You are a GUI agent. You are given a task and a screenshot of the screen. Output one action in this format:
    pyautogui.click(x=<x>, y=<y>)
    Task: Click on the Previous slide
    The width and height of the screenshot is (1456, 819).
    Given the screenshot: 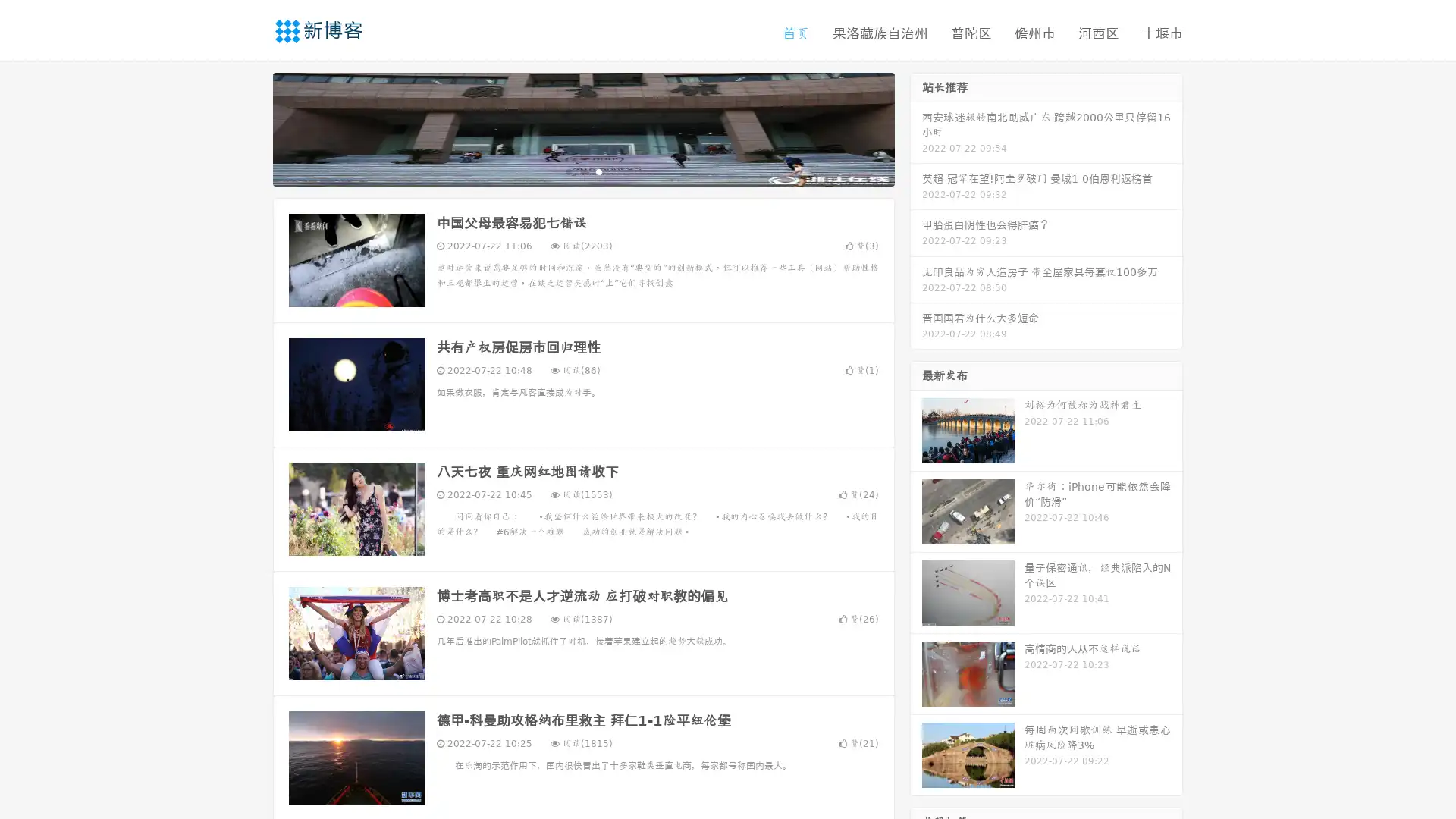 What is the action you would take?
    pyautogui.click(x=250, y=127)
    